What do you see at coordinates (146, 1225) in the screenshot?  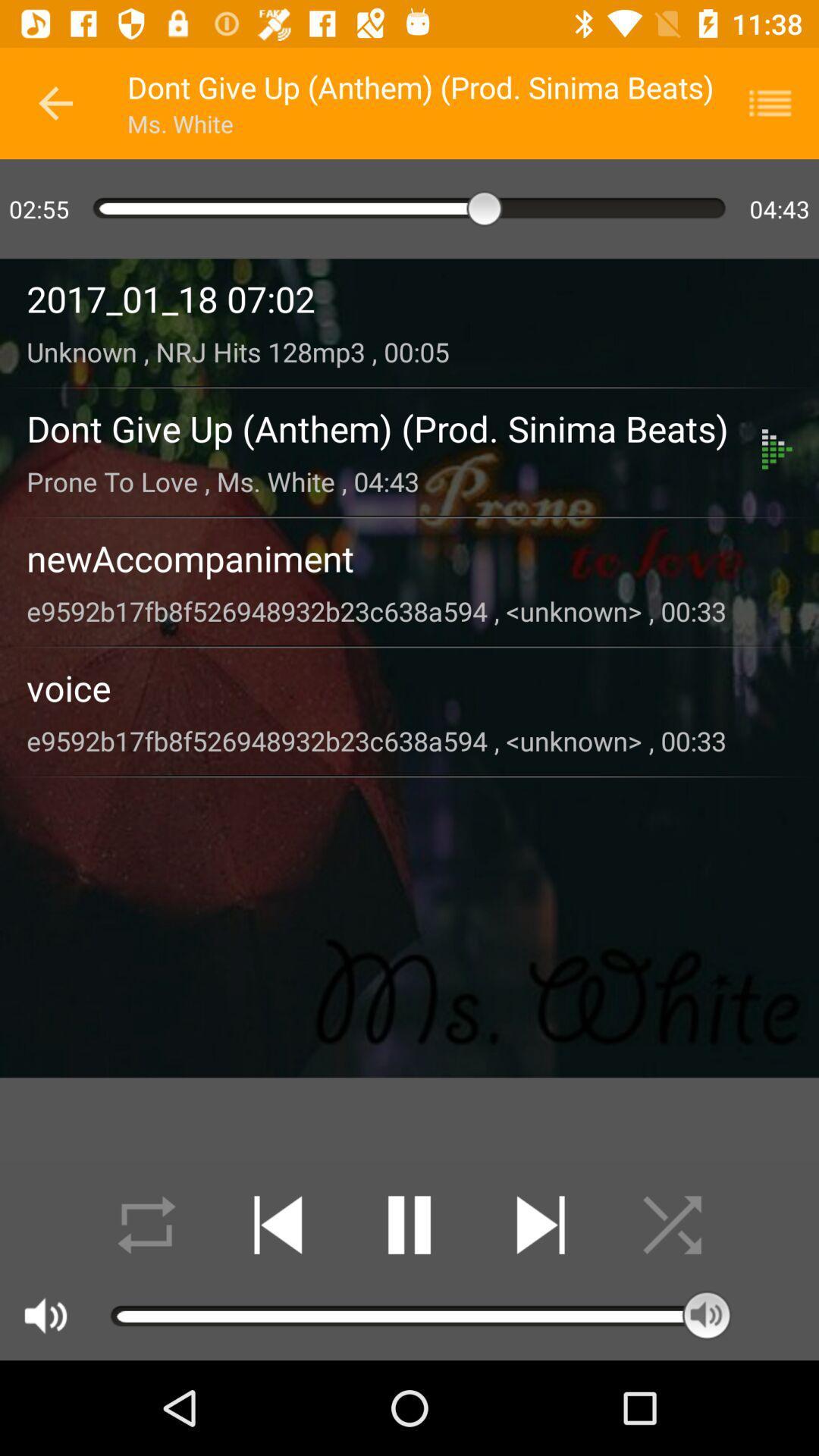 I see `in loop` at bounding box center [146, 1225].